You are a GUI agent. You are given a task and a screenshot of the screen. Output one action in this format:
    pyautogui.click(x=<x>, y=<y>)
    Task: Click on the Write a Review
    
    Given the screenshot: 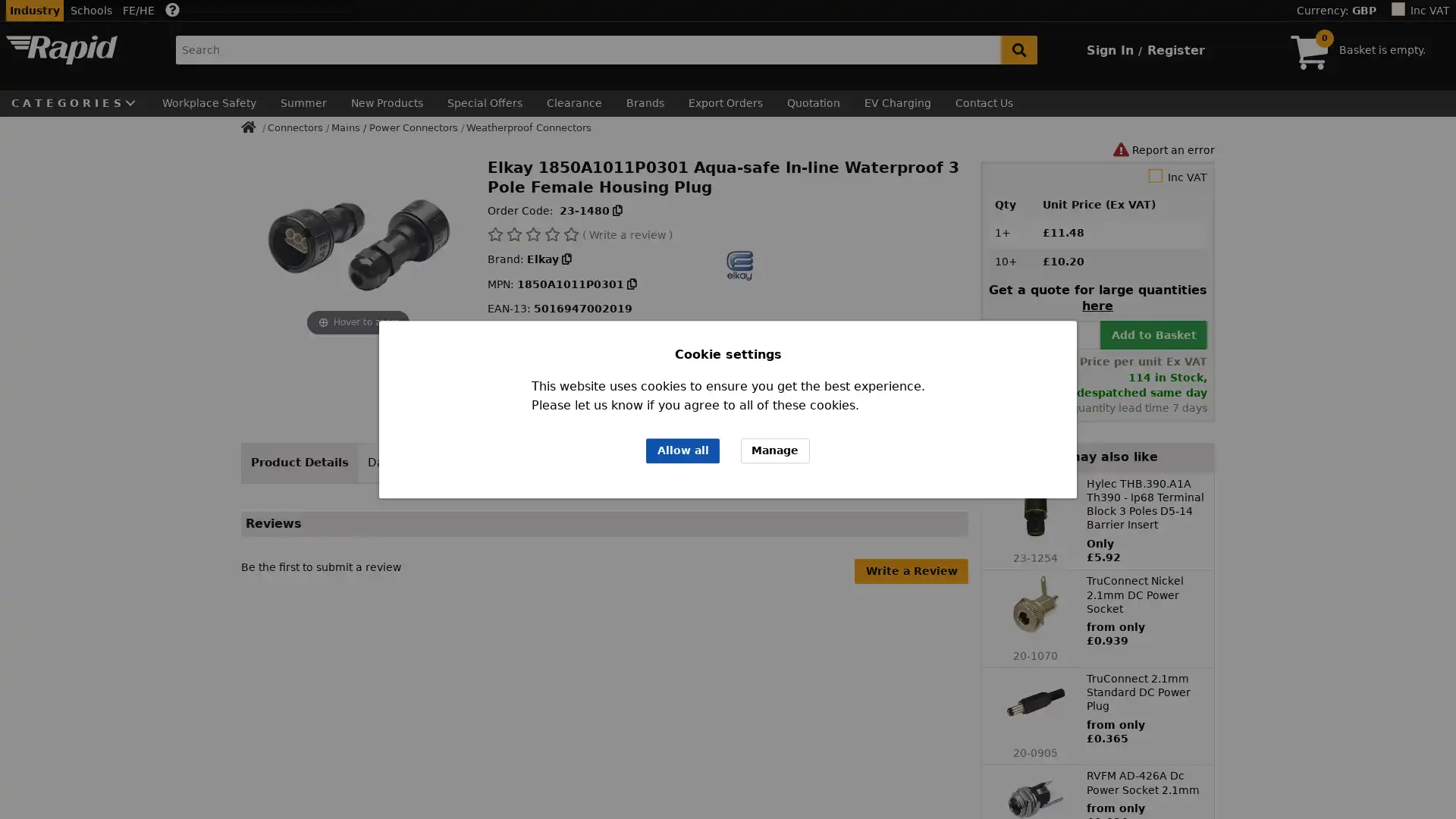 What is the action you would take?
    pyautogui.click(x=910, y=570)
    